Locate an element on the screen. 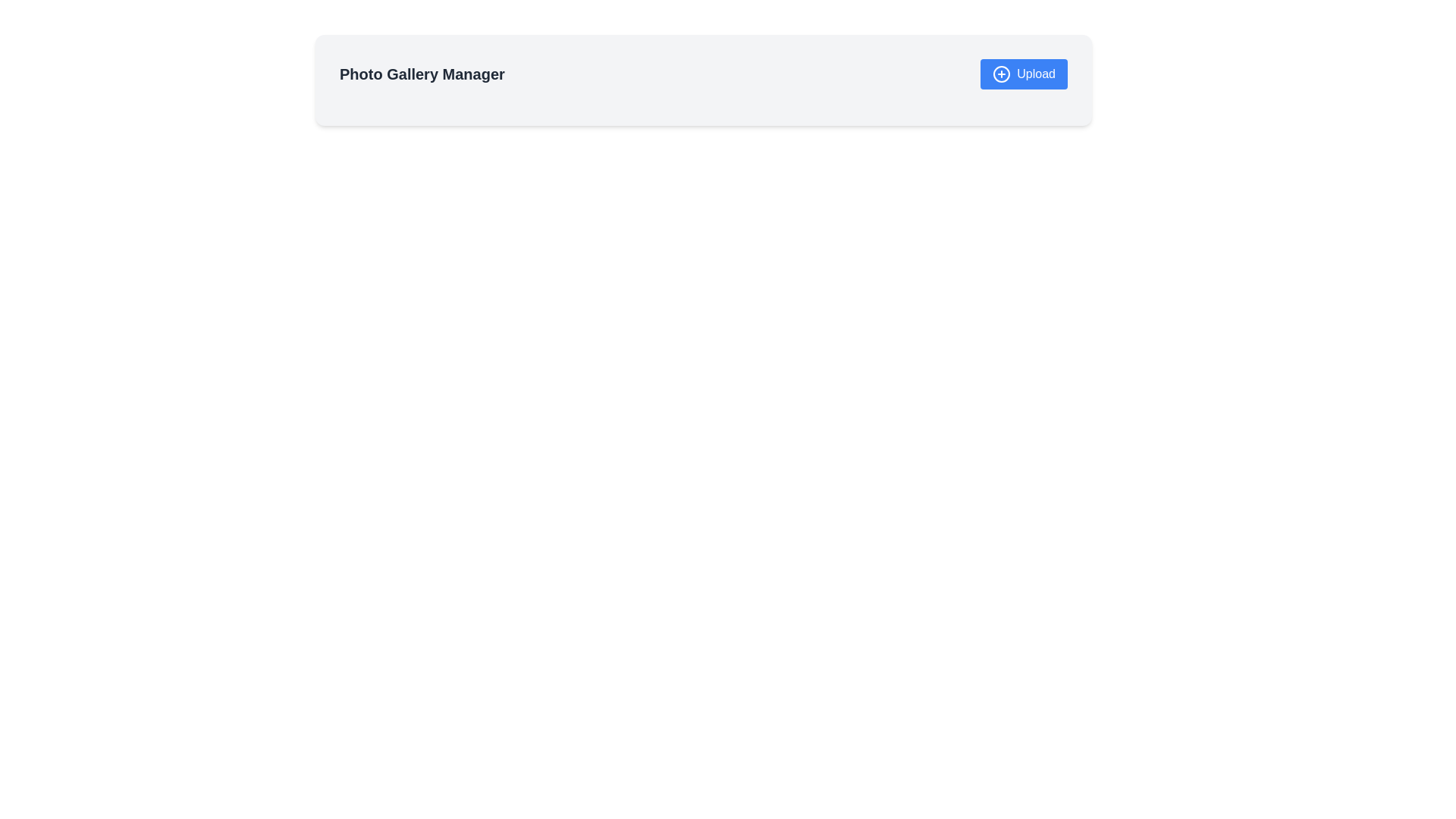 This screenshot has height=819, width=1456. the 'Upload' button with a blue background and white text to initiate an upload is located at coordinates (1024, 74).